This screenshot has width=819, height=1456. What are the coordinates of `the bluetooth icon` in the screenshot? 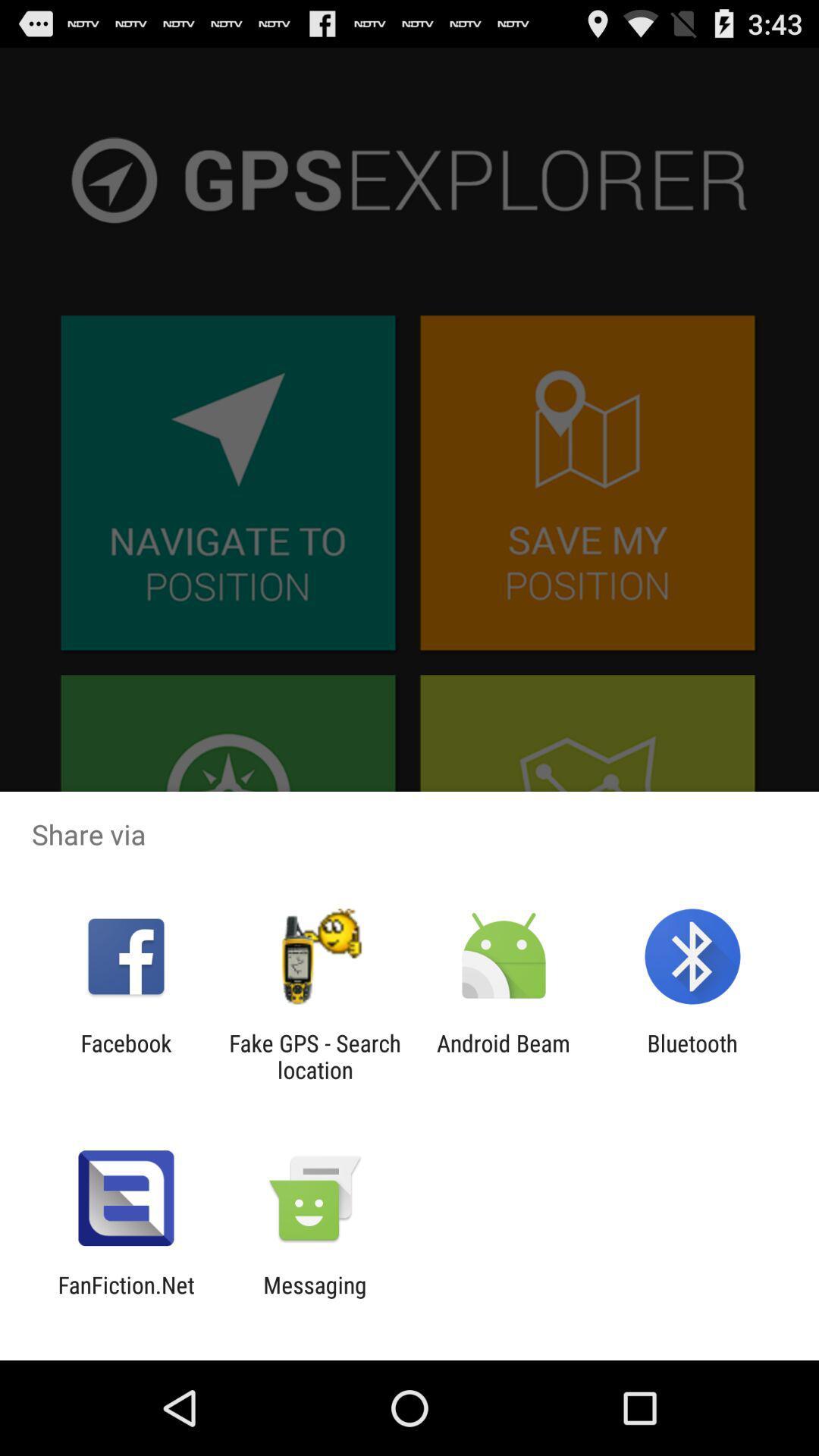 It's located at (692, 1056).